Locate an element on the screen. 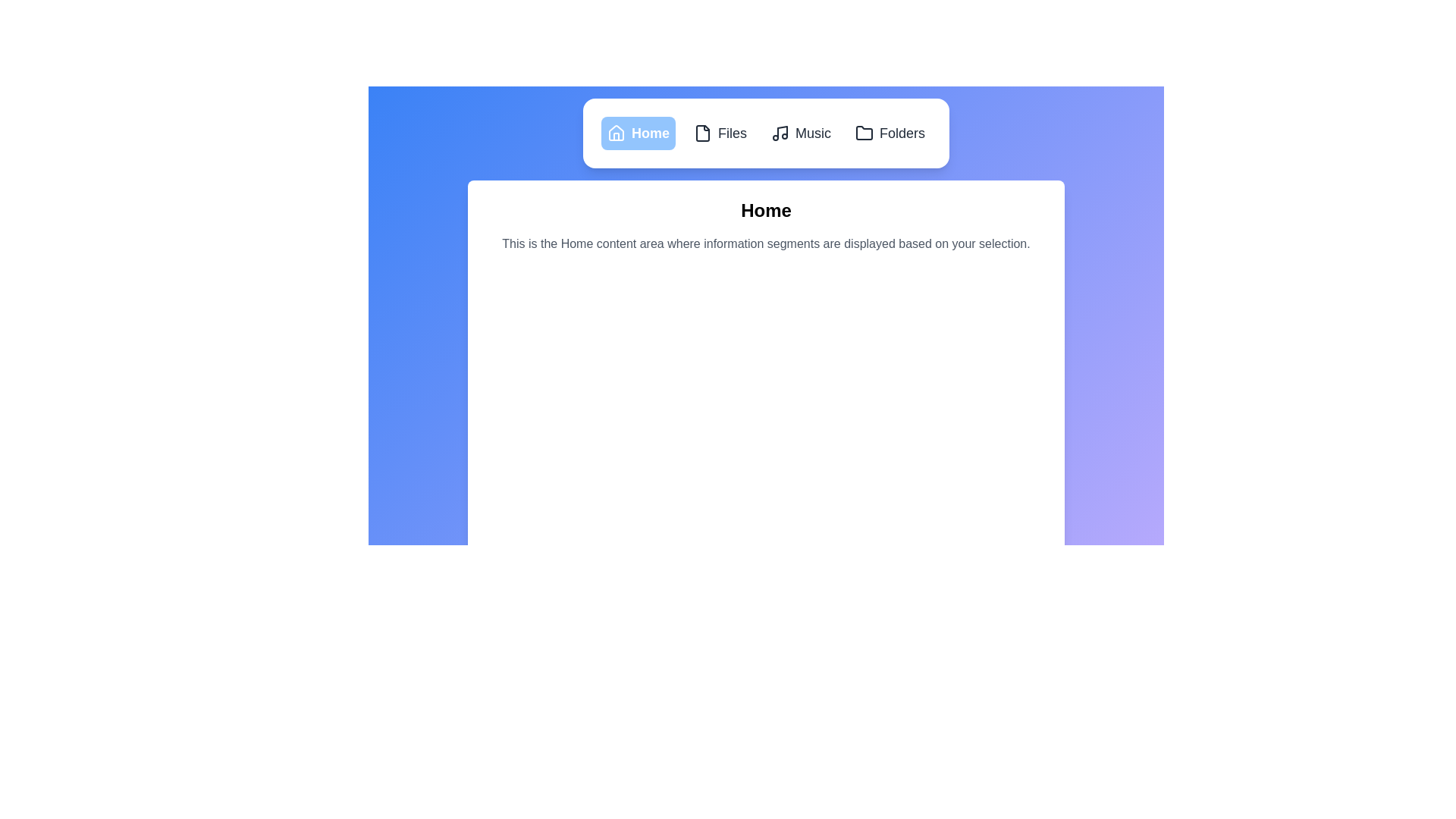  the Home tab to observe visual feedback is located at coordinates (638, 133).